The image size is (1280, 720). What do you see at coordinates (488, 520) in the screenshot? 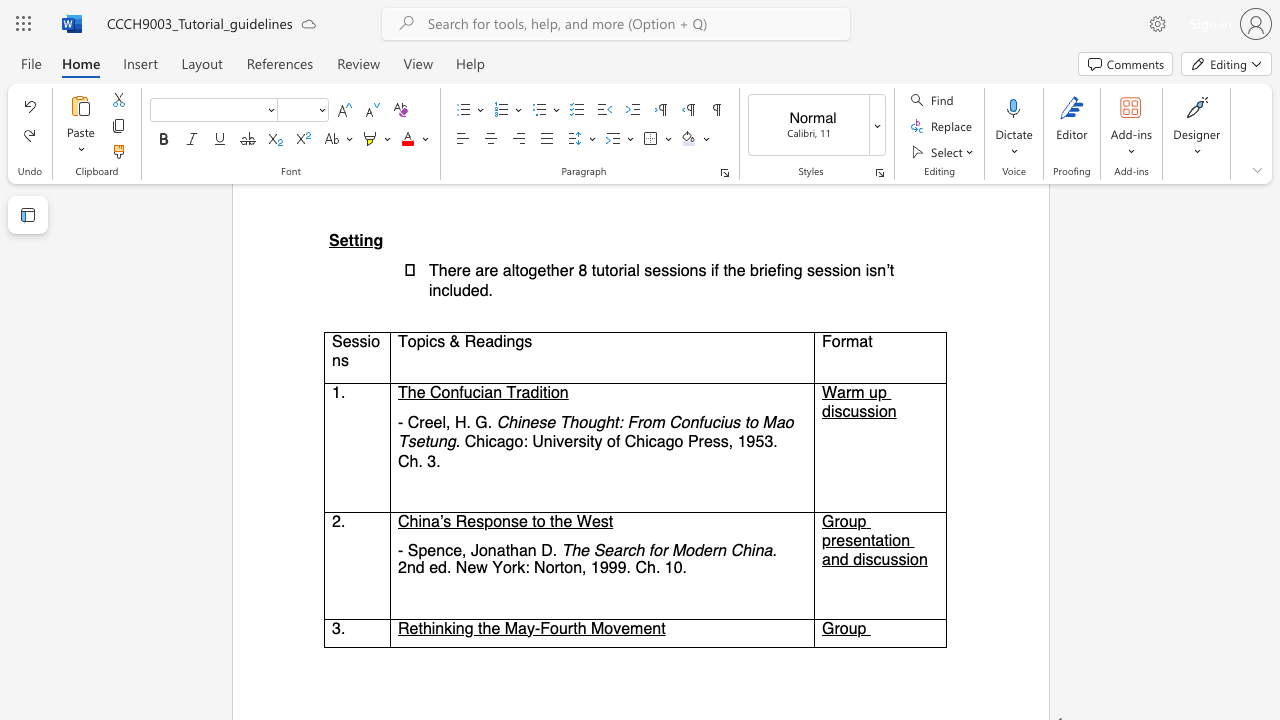
I see `the 1th character "p" in the text` at bounding box center [488, 520].